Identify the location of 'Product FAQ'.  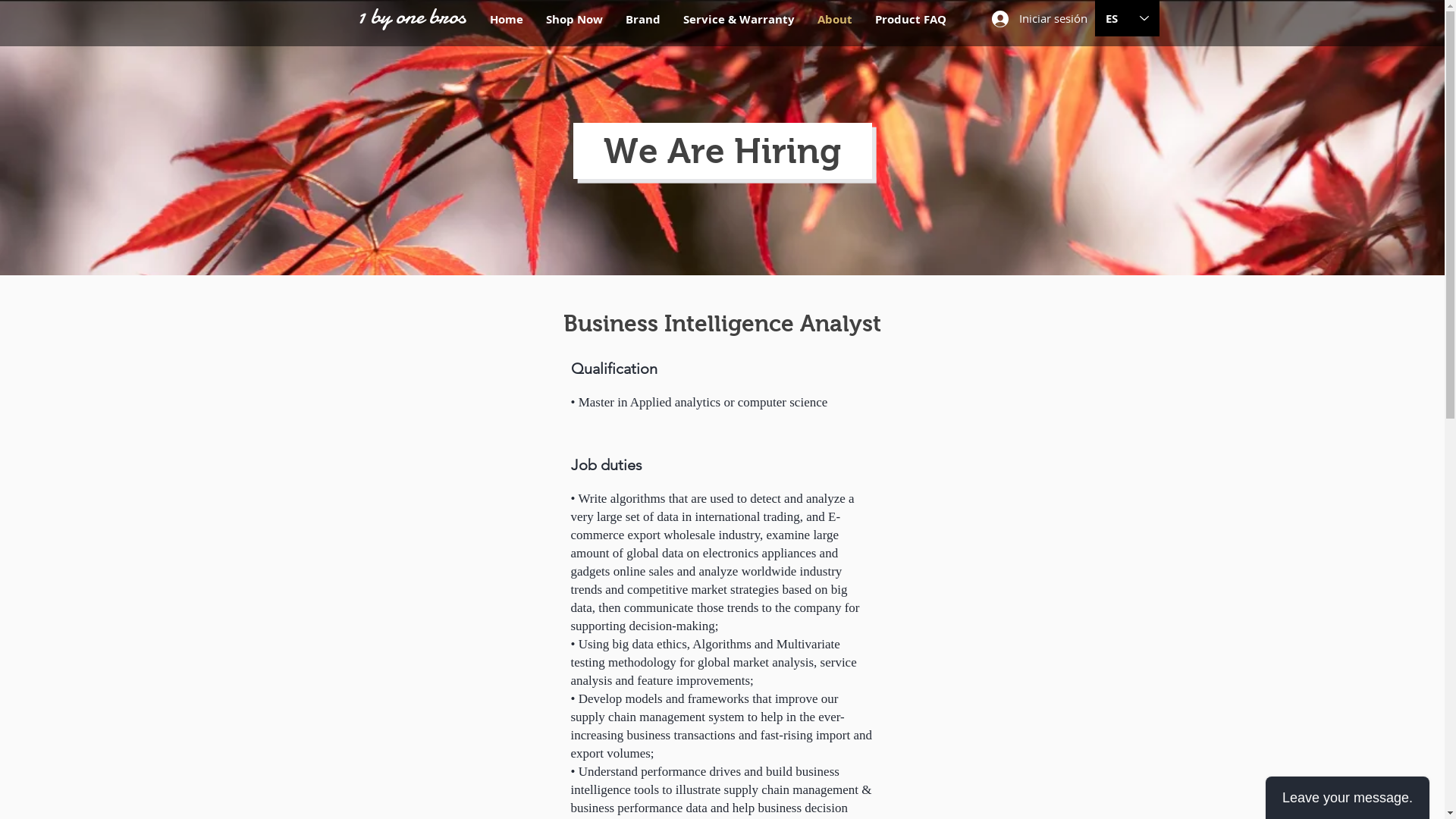
(862, 20).